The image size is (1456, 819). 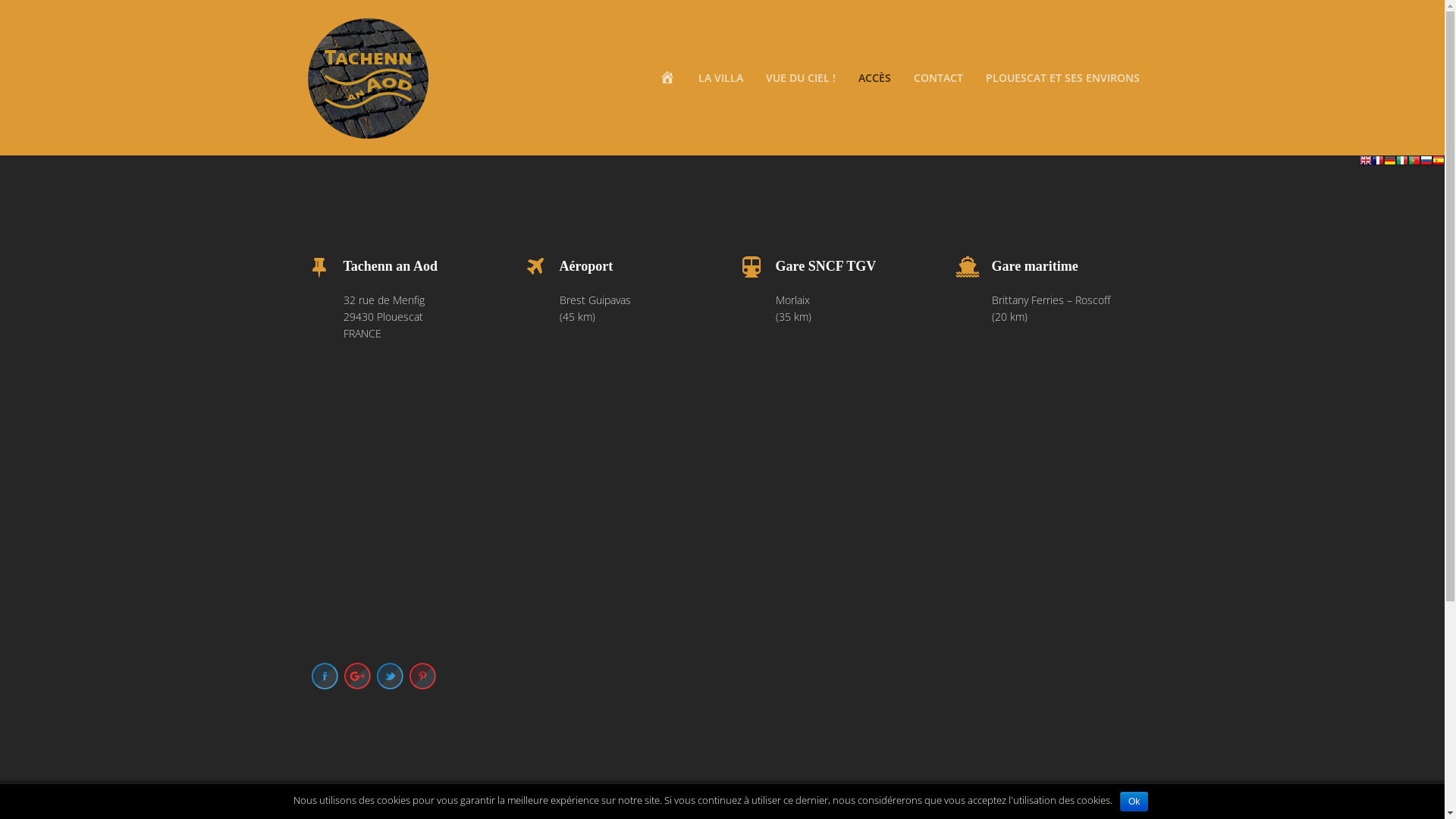 What do you see at coordinates (323, 675) in the screenshot?
I see `'Facebook'` at bounding box center [323, 675].